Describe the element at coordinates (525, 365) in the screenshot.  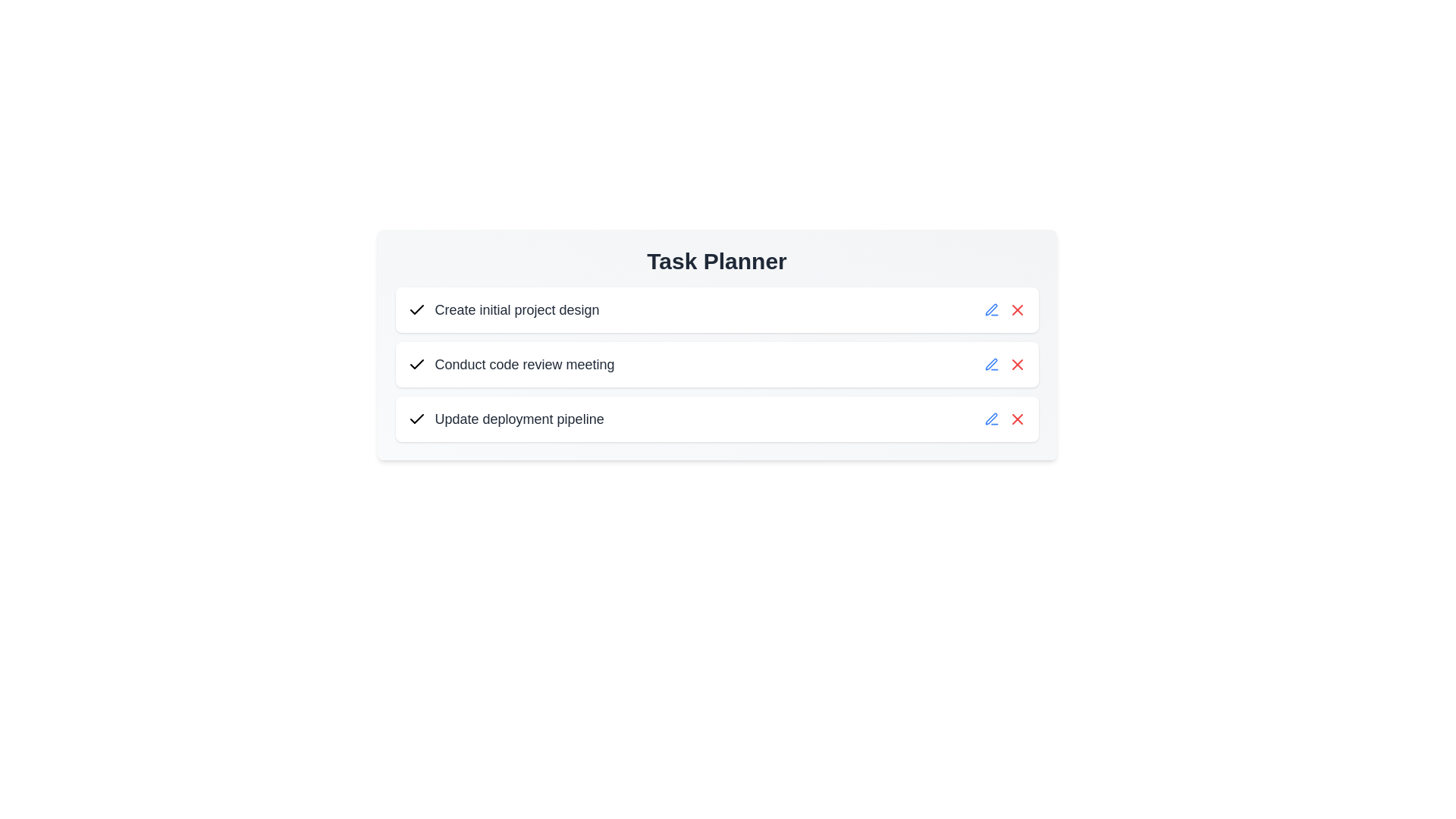
I see `the text label that represents a specific task, located in the second task row of the vertical task list, positioned to the right of a checkmark icon` at that location.